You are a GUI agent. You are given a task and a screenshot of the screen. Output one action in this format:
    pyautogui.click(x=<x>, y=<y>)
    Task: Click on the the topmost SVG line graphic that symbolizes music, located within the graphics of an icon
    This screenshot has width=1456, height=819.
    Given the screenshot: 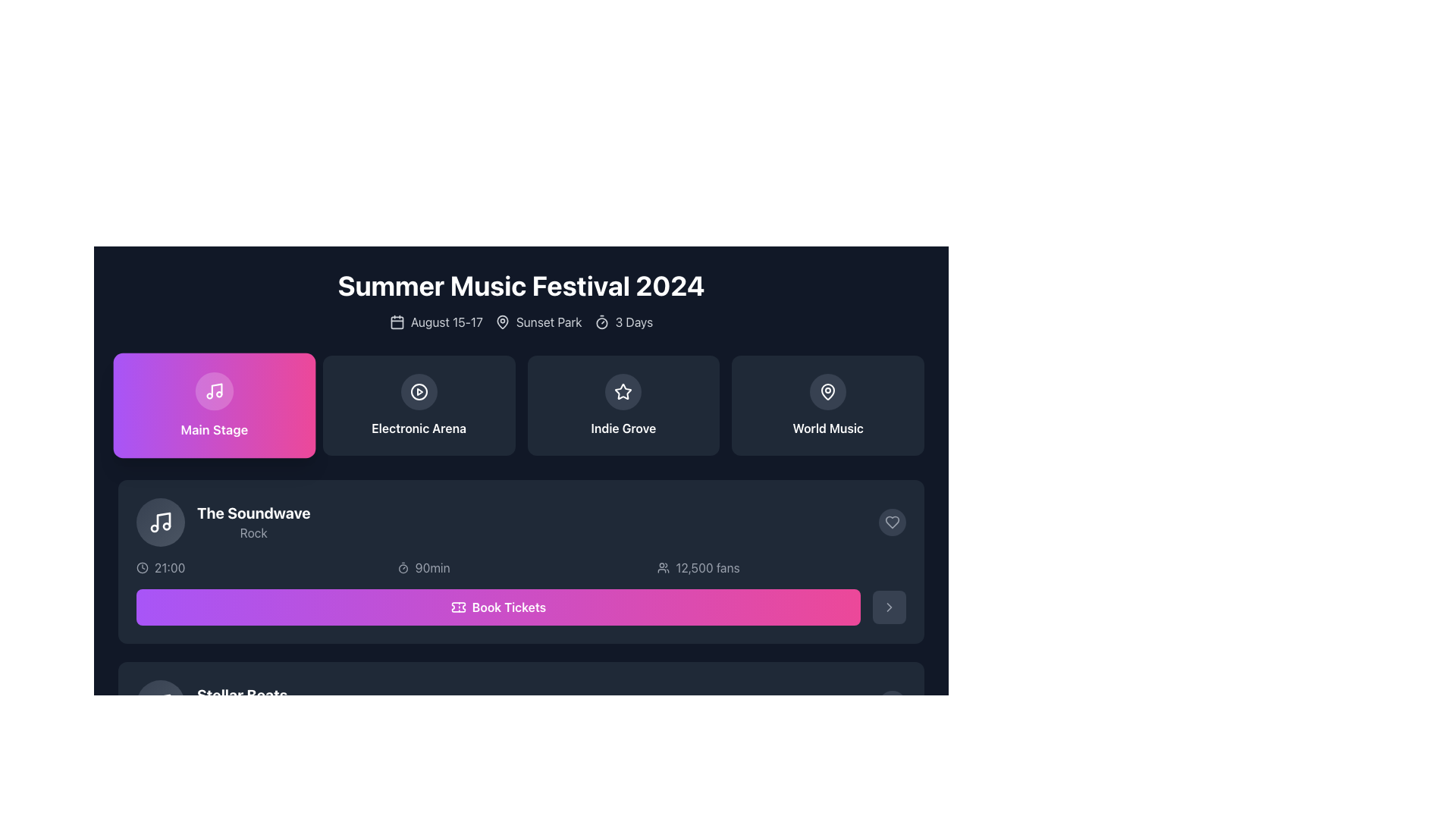 What is the action you would take?
    pyautogui.click(x=164, y=519)
    